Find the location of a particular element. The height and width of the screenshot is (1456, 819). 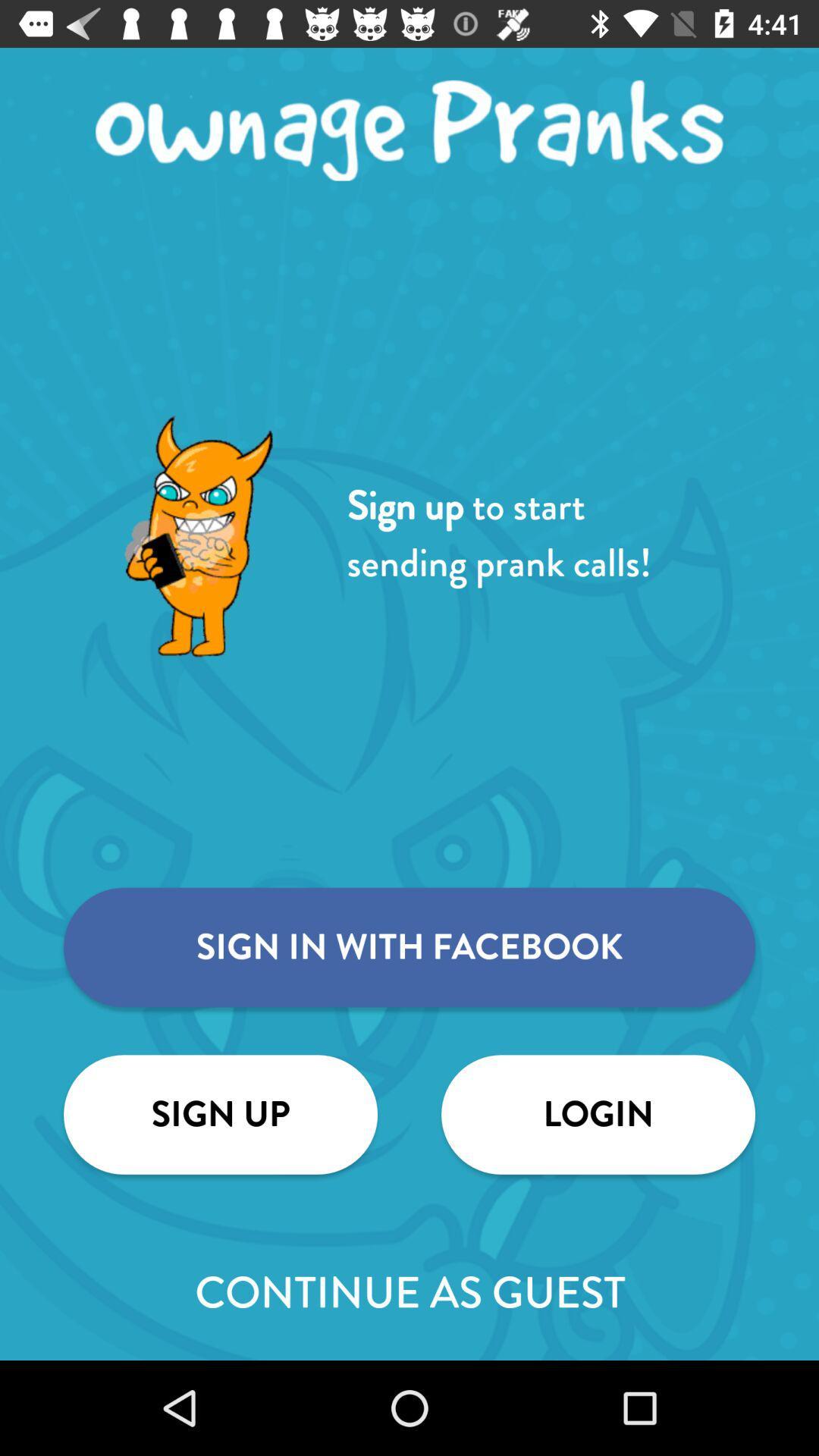

item at the bottom right corner is located at coordinates (598, 1114).